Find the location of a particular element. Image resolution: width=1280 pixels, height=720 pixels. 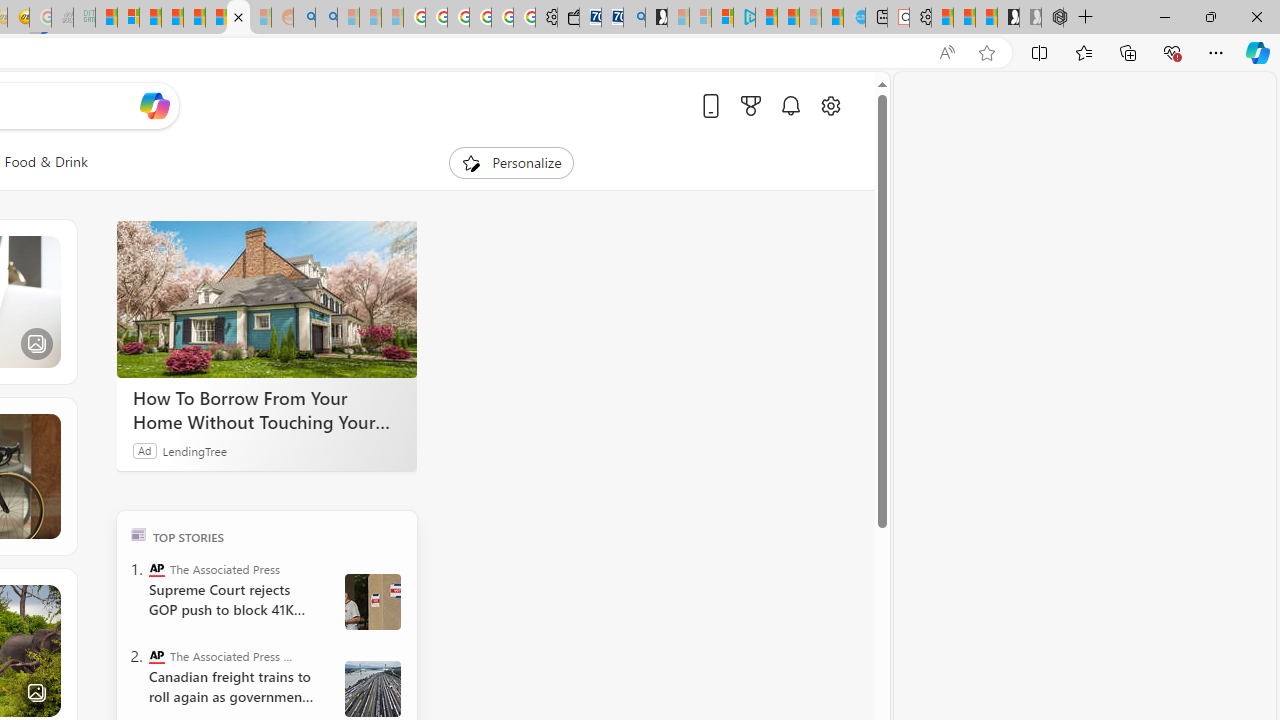

'Notifications' is located at coordinates (790, 105).